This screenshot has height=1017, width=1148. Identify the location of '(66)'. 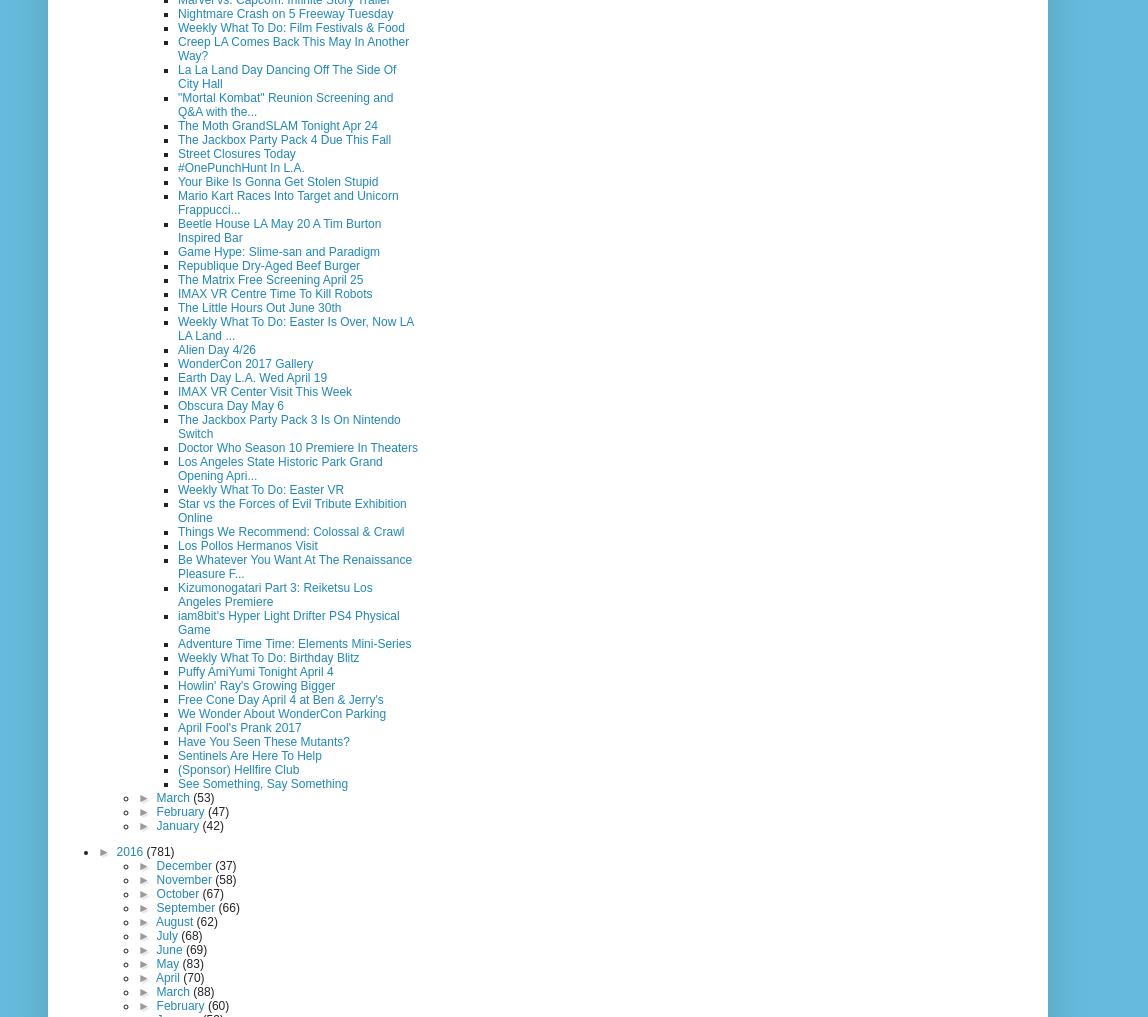
(228, 905).